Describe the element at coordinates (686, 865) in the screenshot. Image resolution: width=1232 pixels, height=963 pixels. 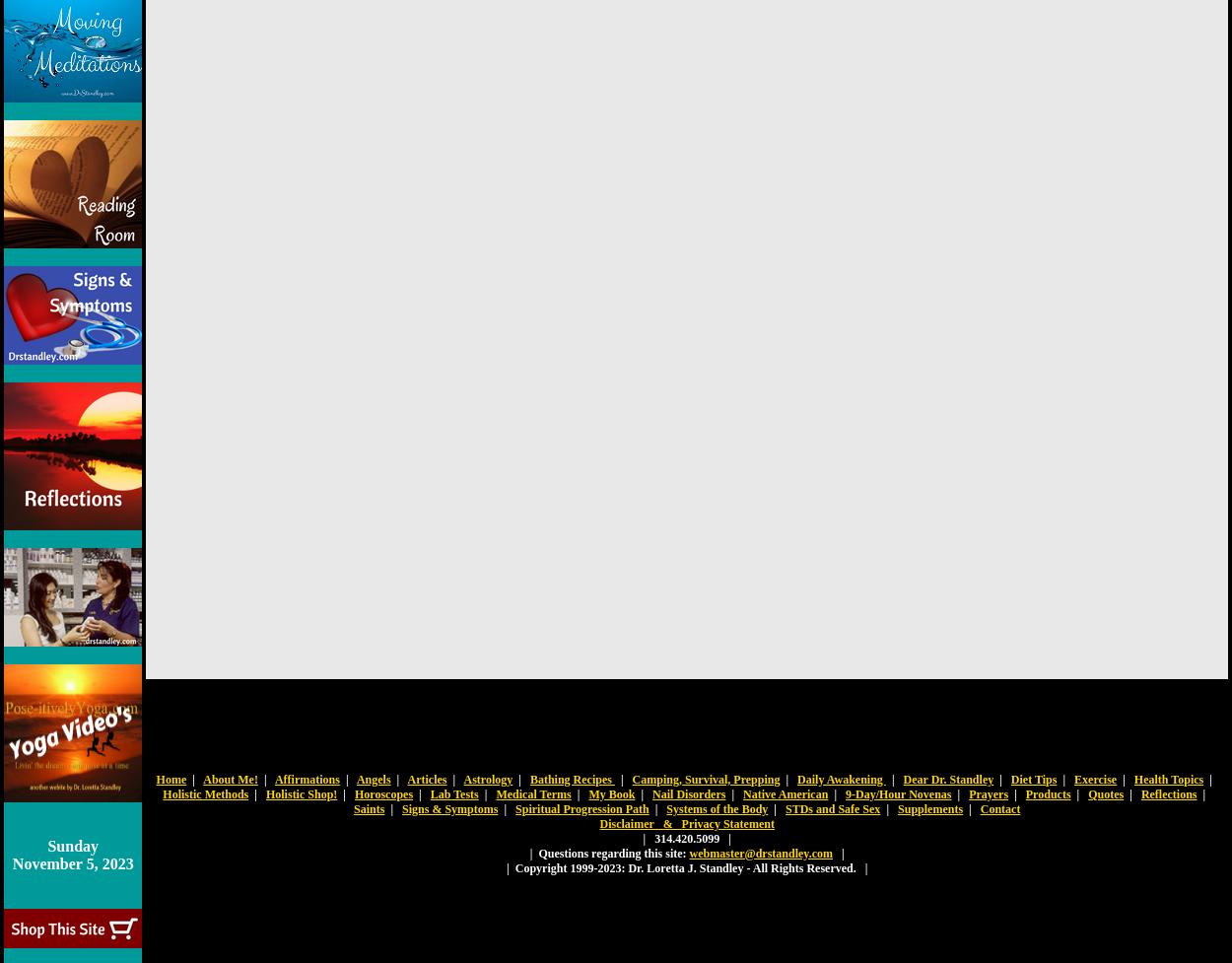
I see `'|  Copyright 1999-2023: Dr. Loretta J. Standley - All Rights Reserved.   |'` at that location.